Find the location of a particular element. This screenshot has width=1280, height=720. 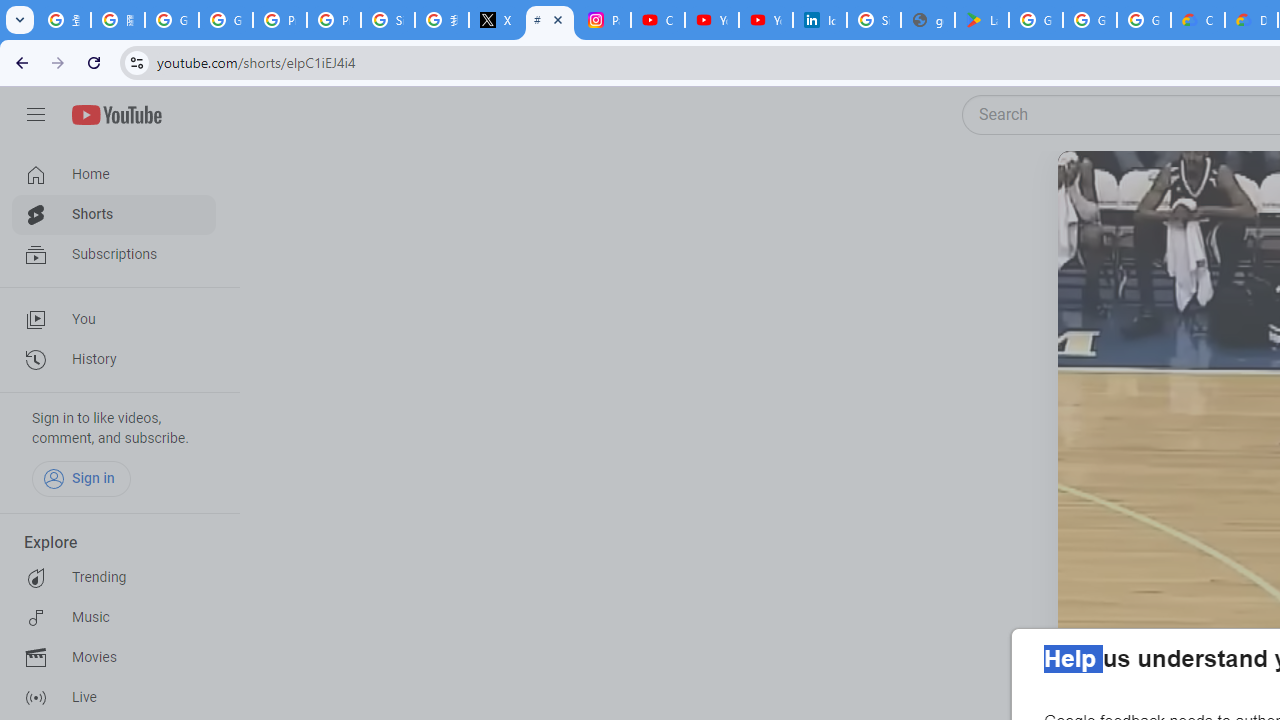

'Movies' is located at coordinates (112, 658).